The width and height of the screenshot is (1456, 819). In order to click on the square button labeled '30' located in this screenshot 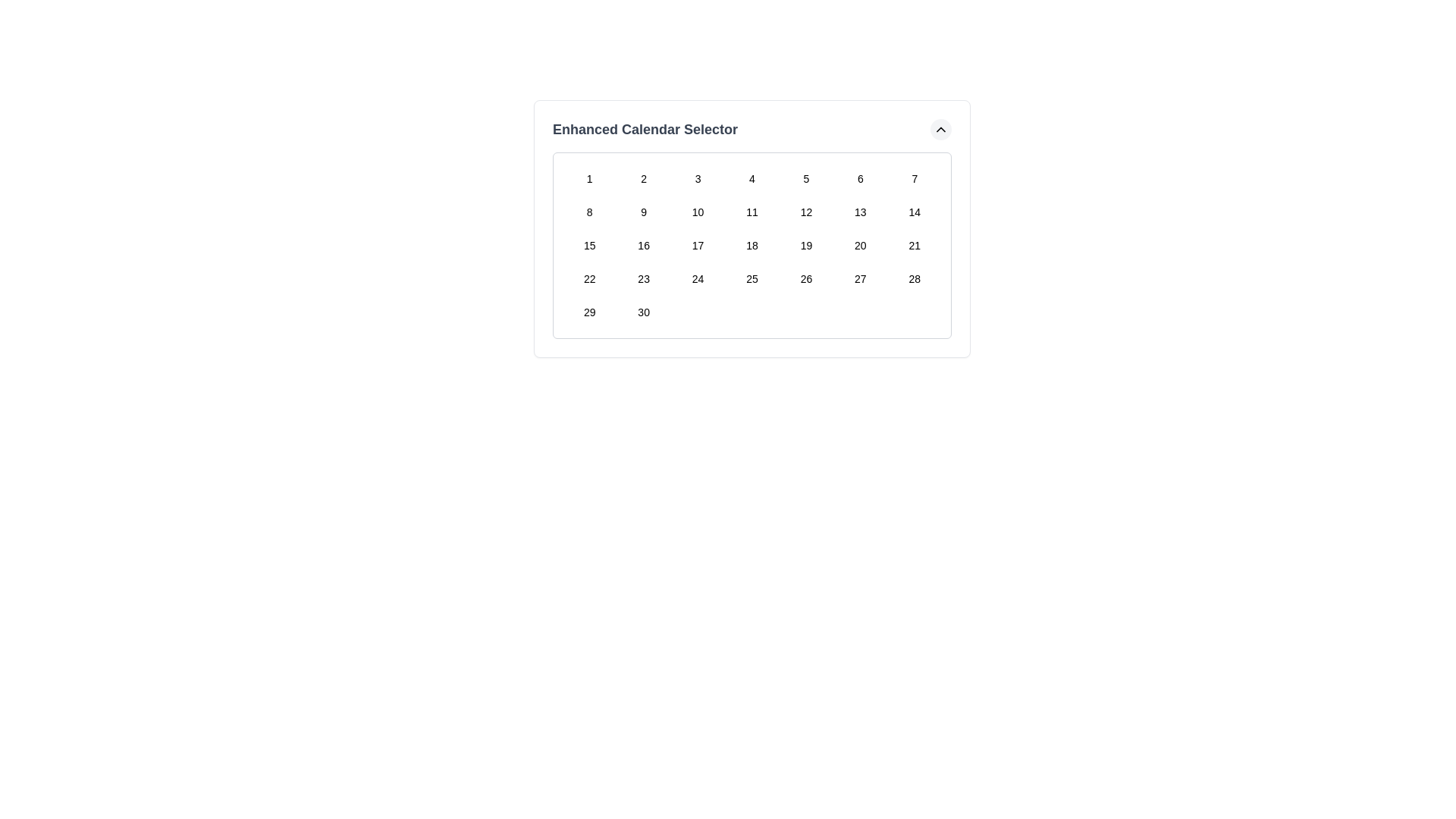, I will do `click(644, 312)`.